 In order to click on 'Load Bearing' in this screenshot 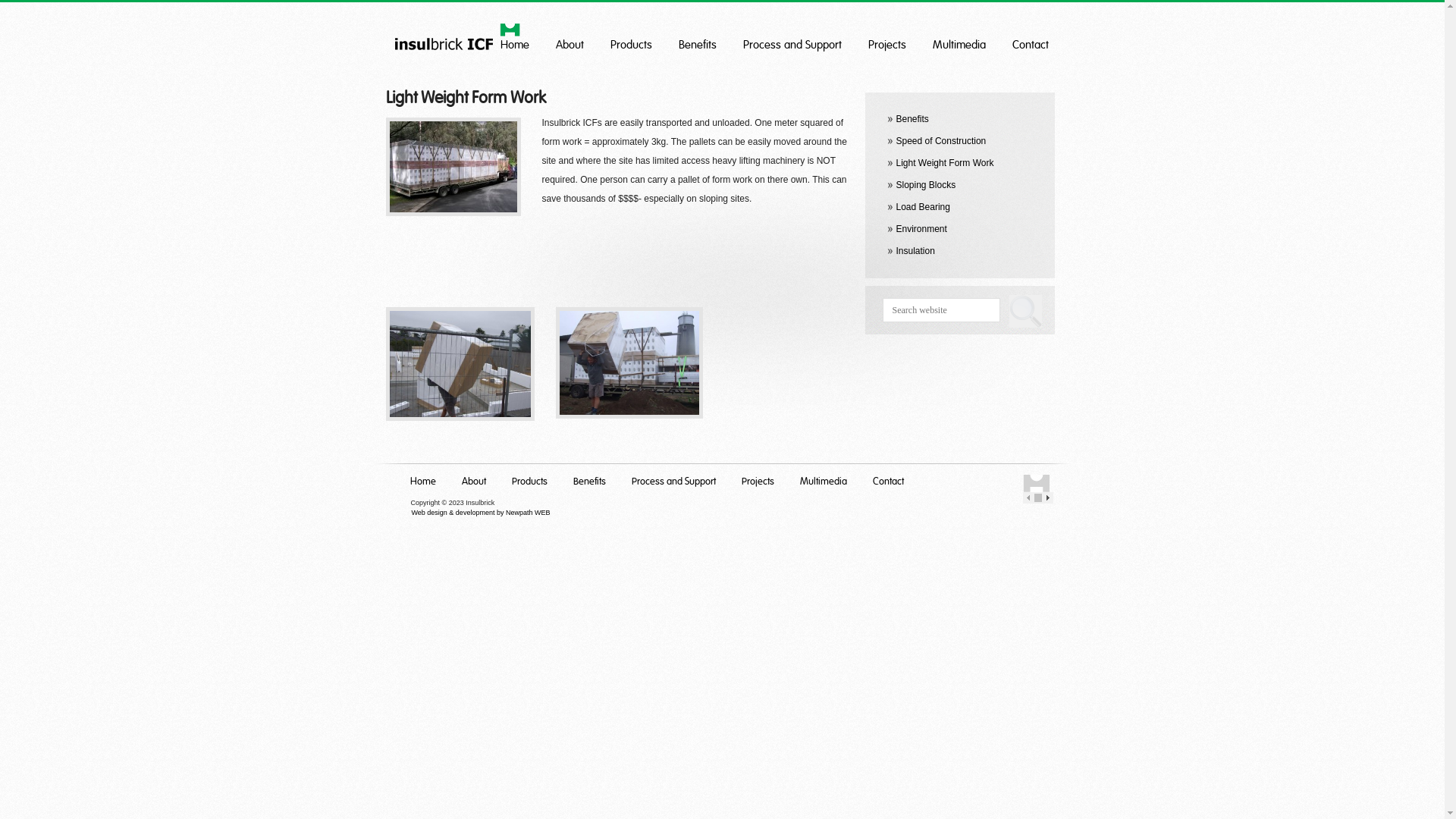, I will do `click(922, 207)`.